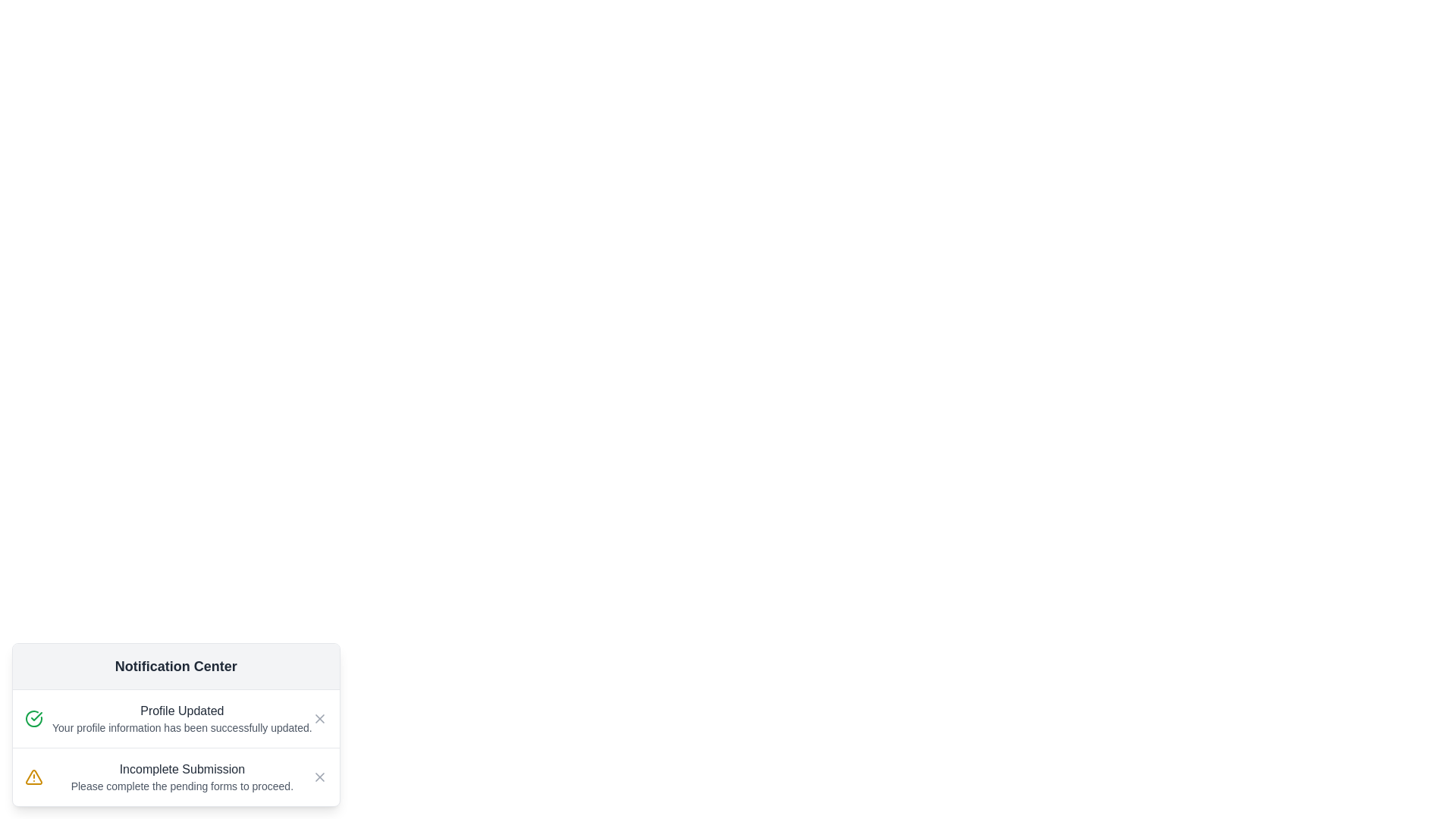 Image resolution: width=1456 pixels, height=819 pixels. Describe the element at coordinates (33, 718) in the screenshot. I see `the success indicator icon located at the top-left of the 'Profile Updated' notification in the Notification Center panel` at that location.